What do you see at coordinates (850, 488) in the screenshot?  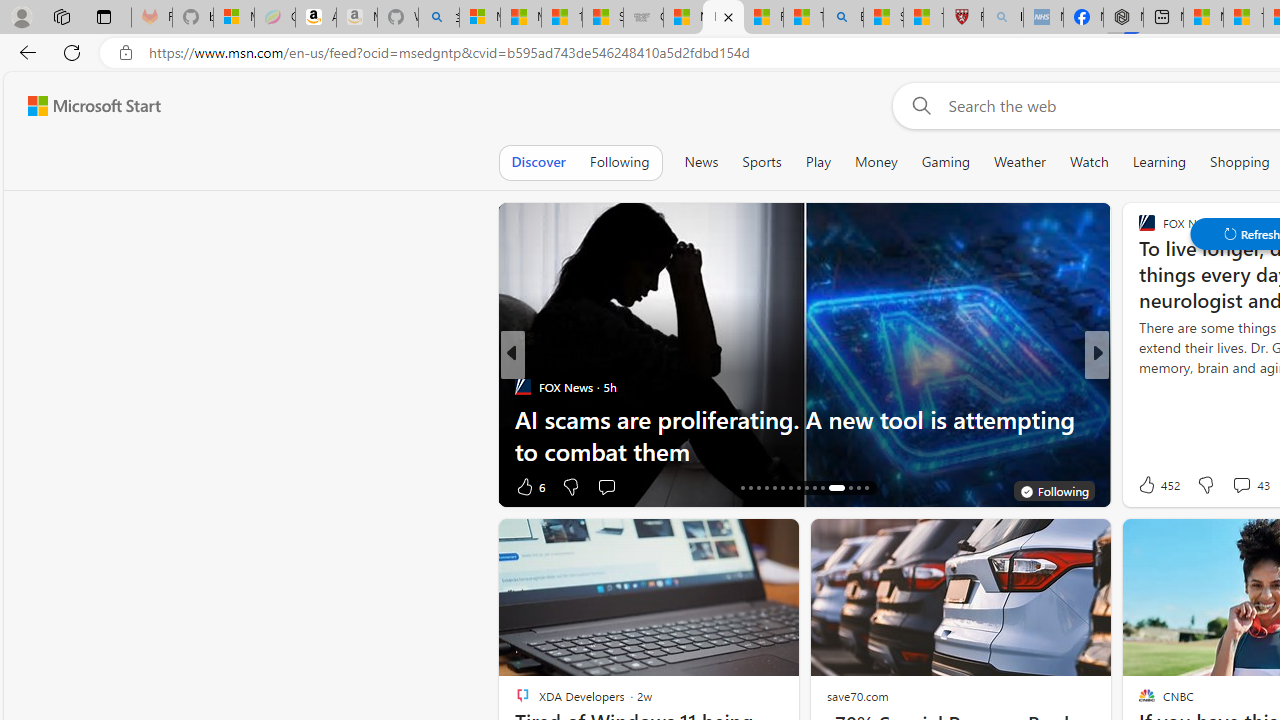 I see `'AutomationID: tab-28'` at bounding box center [850, 488].